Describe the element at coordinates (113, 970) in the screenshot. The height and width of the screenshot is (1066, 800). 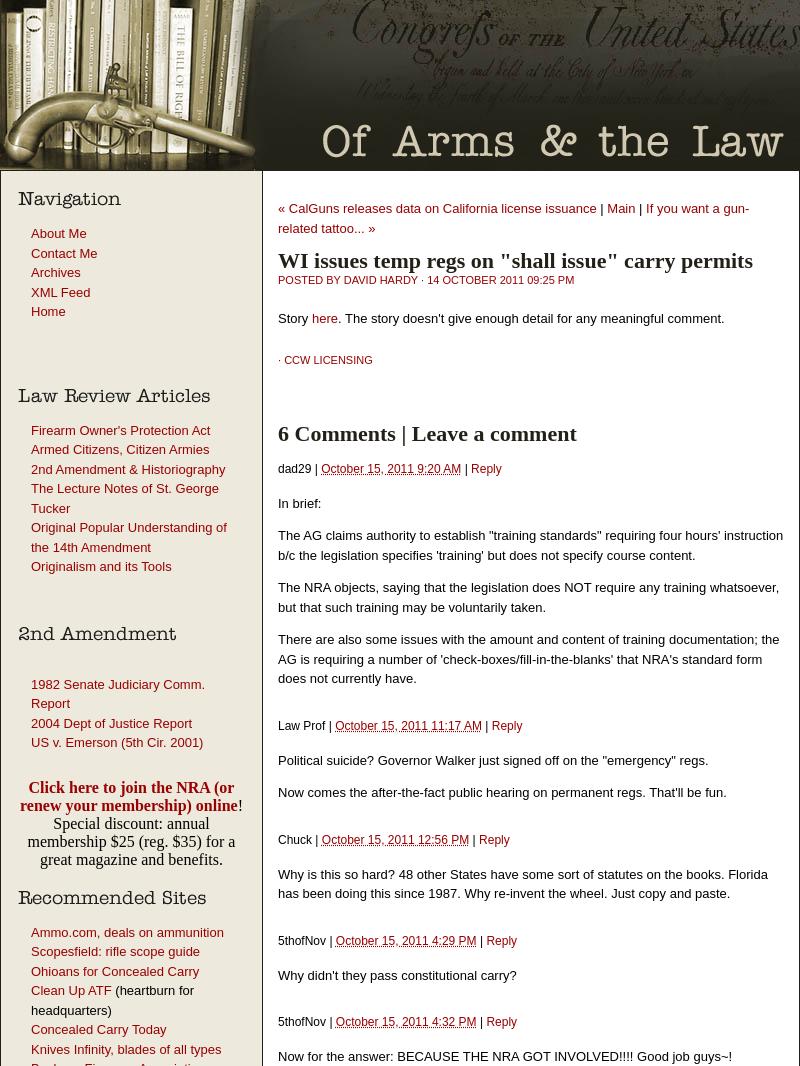
I see `'Ohioans for Concealed Carry'` at that location.